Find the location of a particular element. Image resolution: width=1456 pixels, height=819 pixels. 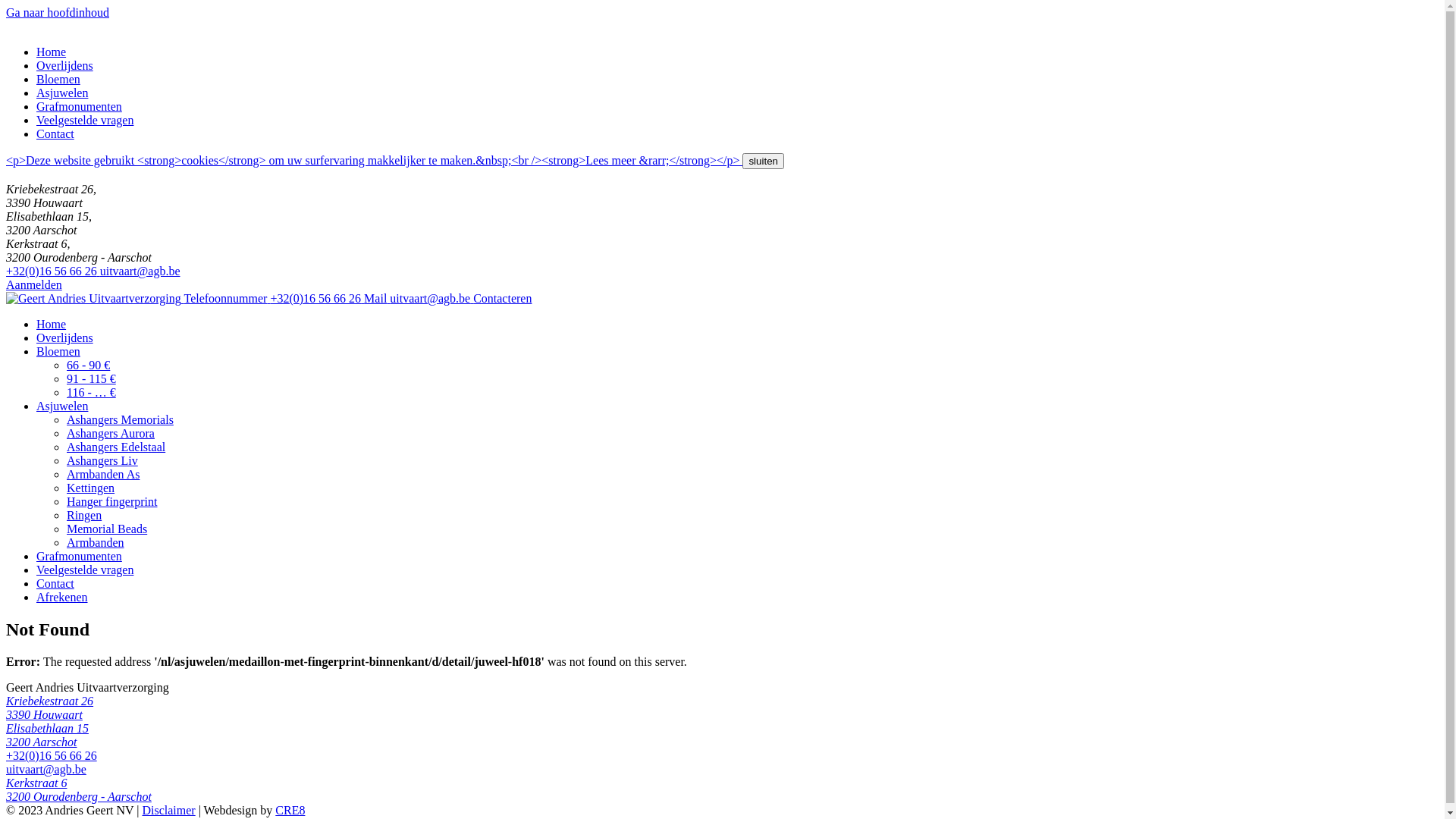

'Veelgestelde vragen' is located at coordinates (36, 119).